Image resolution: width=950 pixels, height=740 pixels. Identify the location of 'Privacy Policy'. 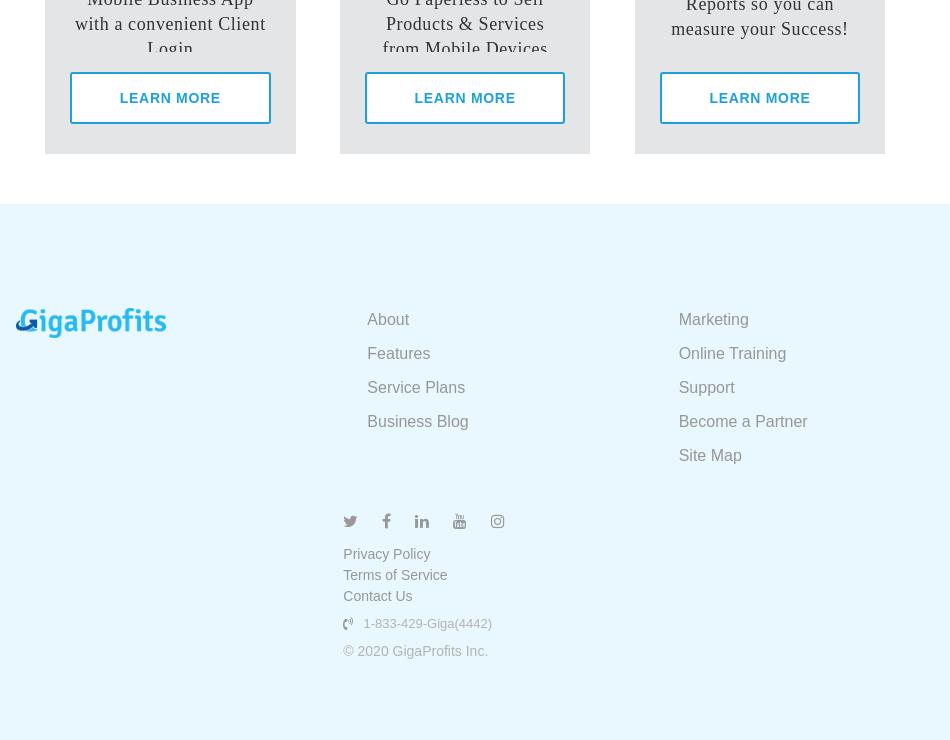
(385, 553).